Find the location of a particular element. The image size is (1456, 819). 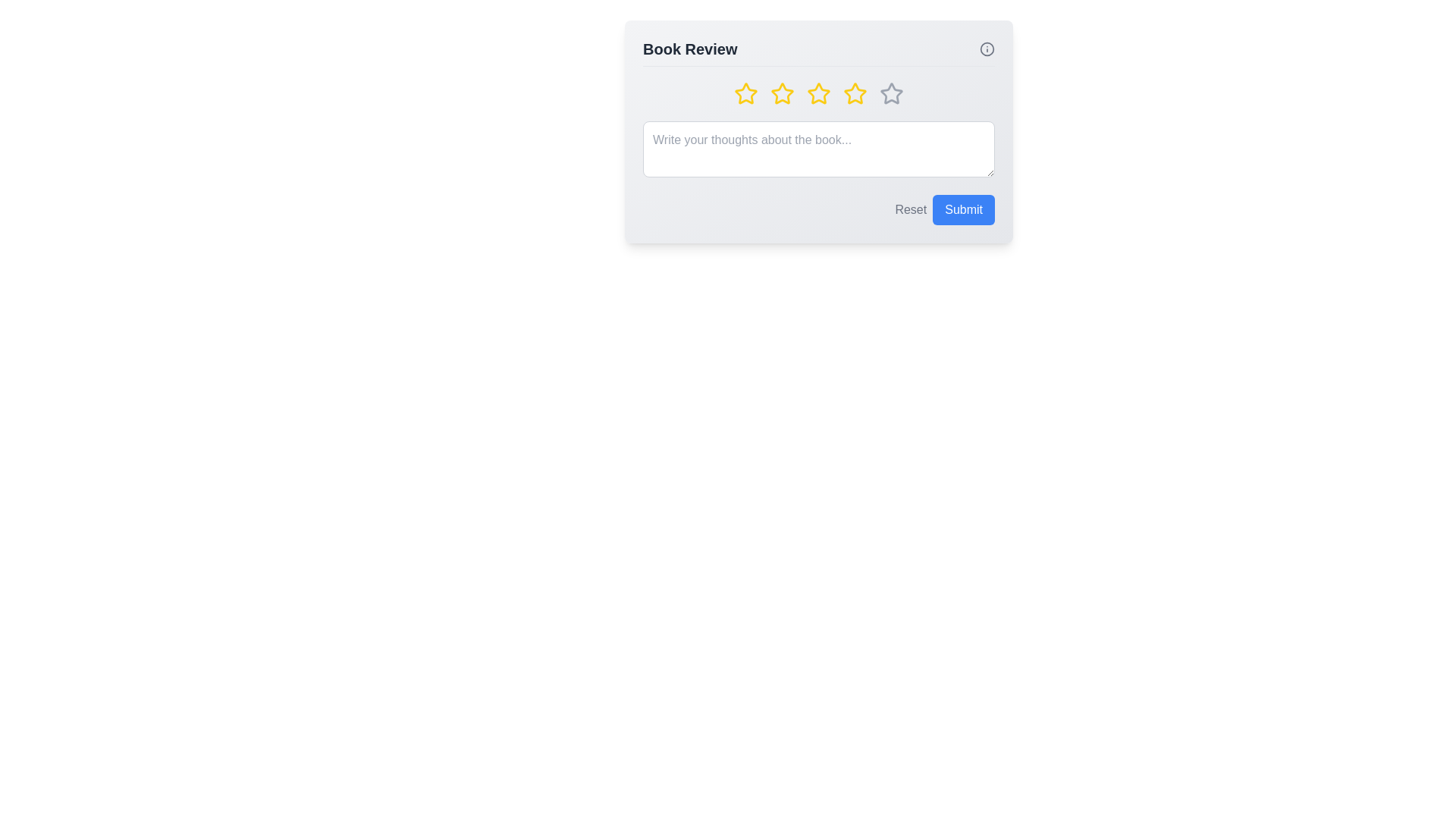

the 'Reset' button to reset the review and rating is located at coordinates (910, 210).